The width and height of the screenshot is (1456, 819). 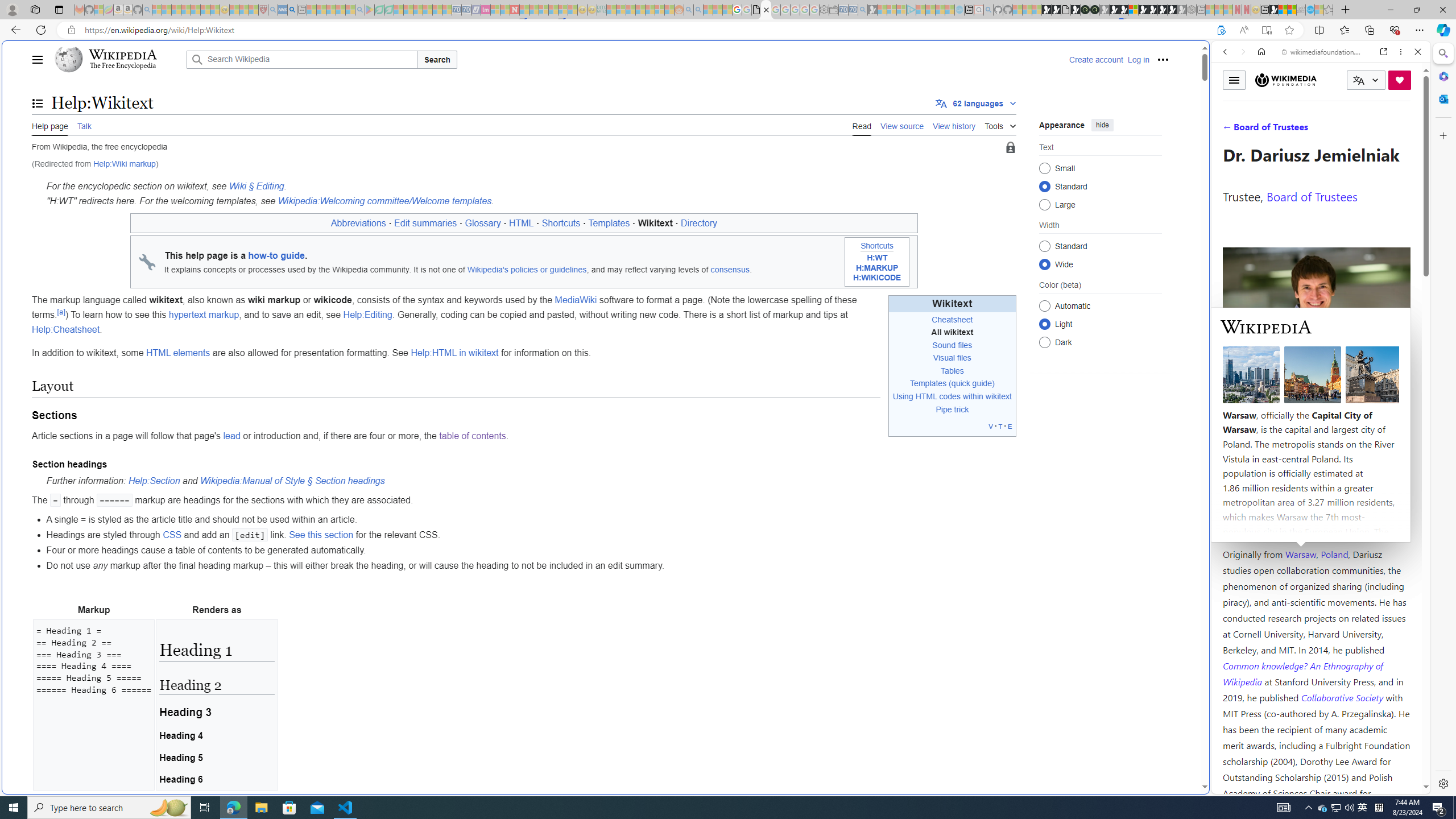 What do you see at coordinates (276, 255) in the screenshot?
I see `'how-to guide'` at bounding box center [276, 255].